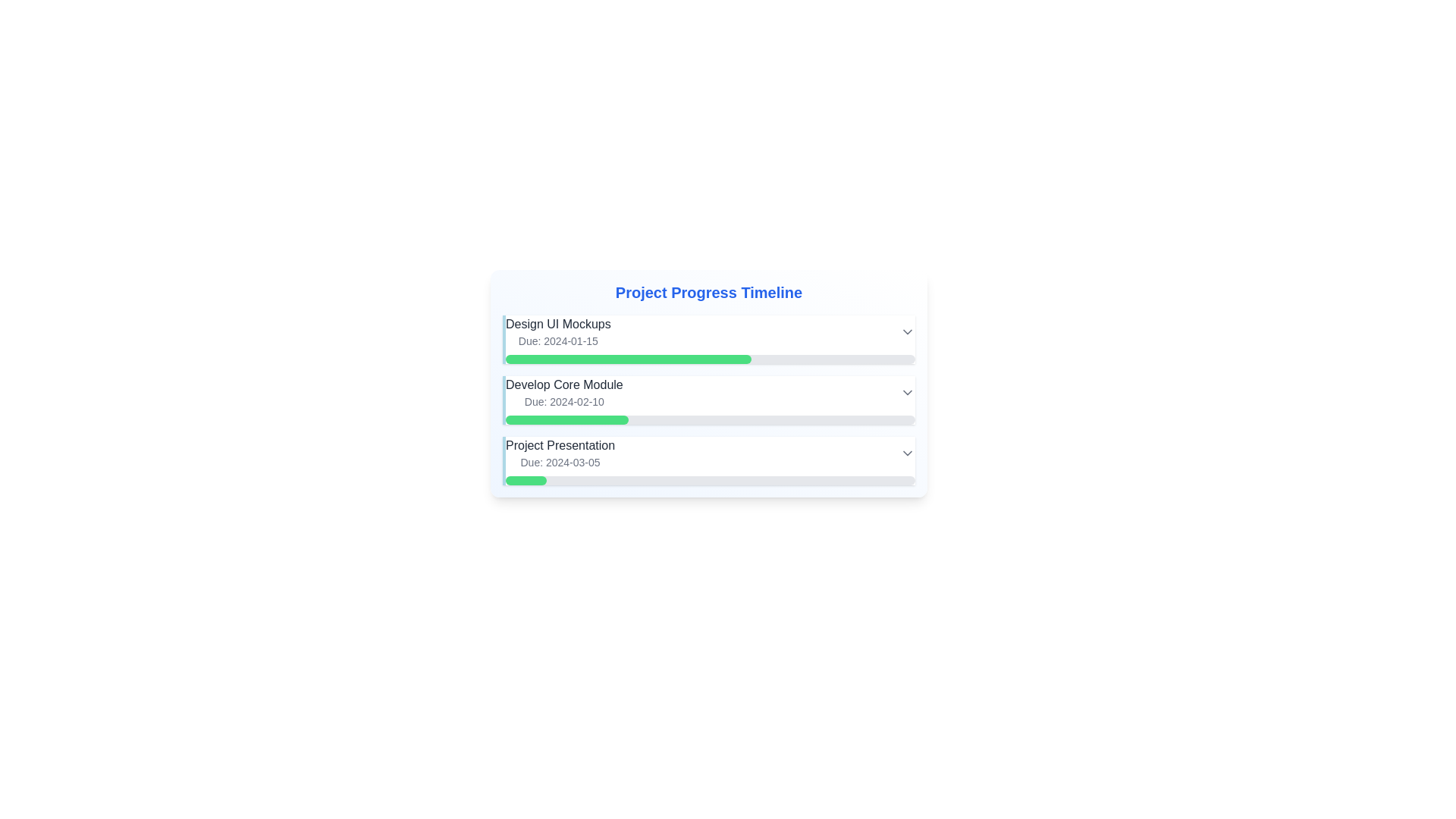  What do you see at coordinates (563, 384) in the screenshot?
I see `the text label displaying 'Develop Core Module', which is part of the progress timeline interface, positioned above a due date note and a progress bar` at bounding box center [563, 384].